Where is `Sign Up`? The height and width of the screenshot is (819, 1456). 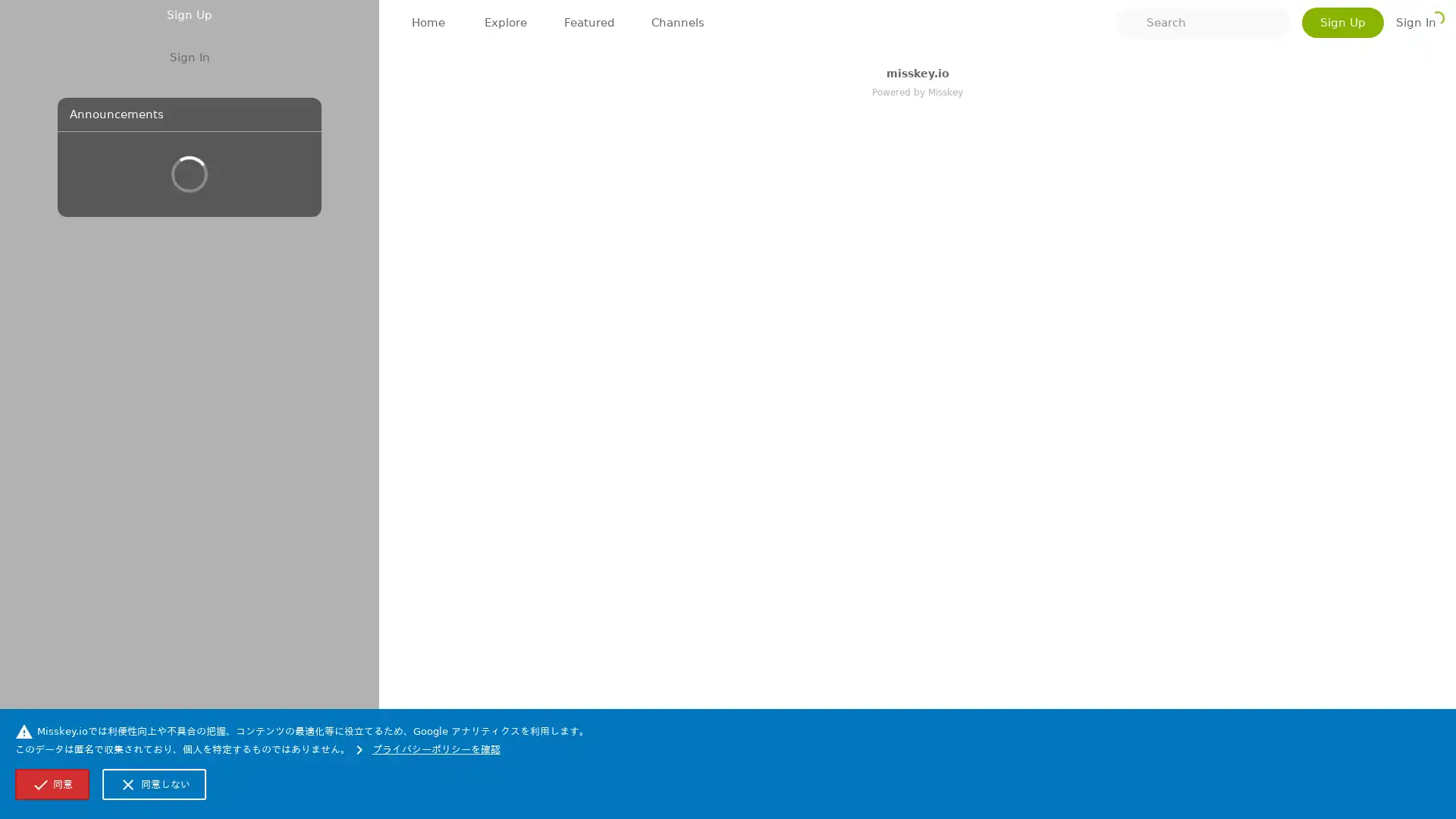 Sign Up is located at coordinates (1343, 23).